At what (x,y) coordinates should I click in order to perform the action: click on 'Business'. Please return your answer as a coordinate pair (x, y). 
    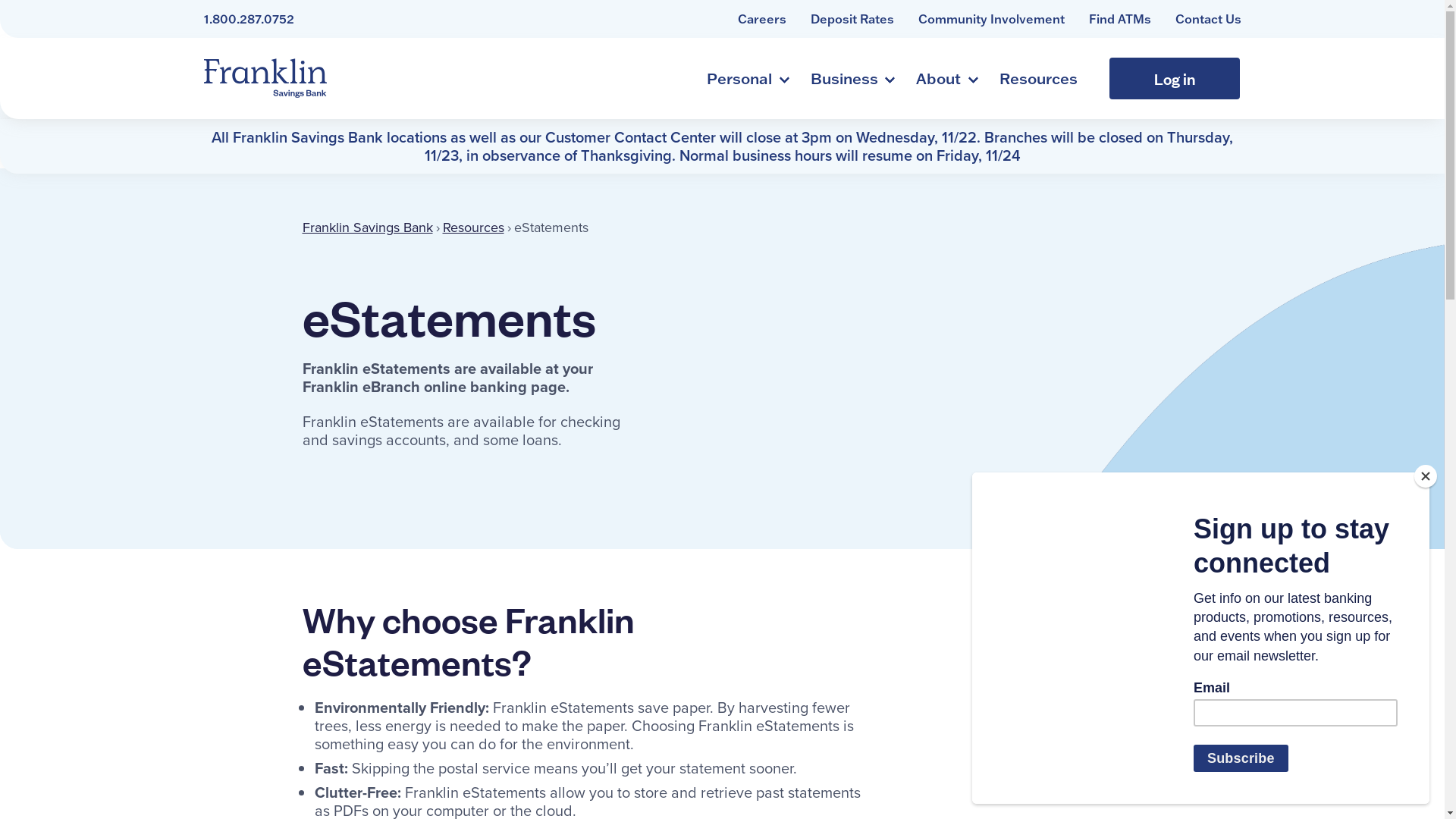
    Looking at the image, I should click on (851, 78).